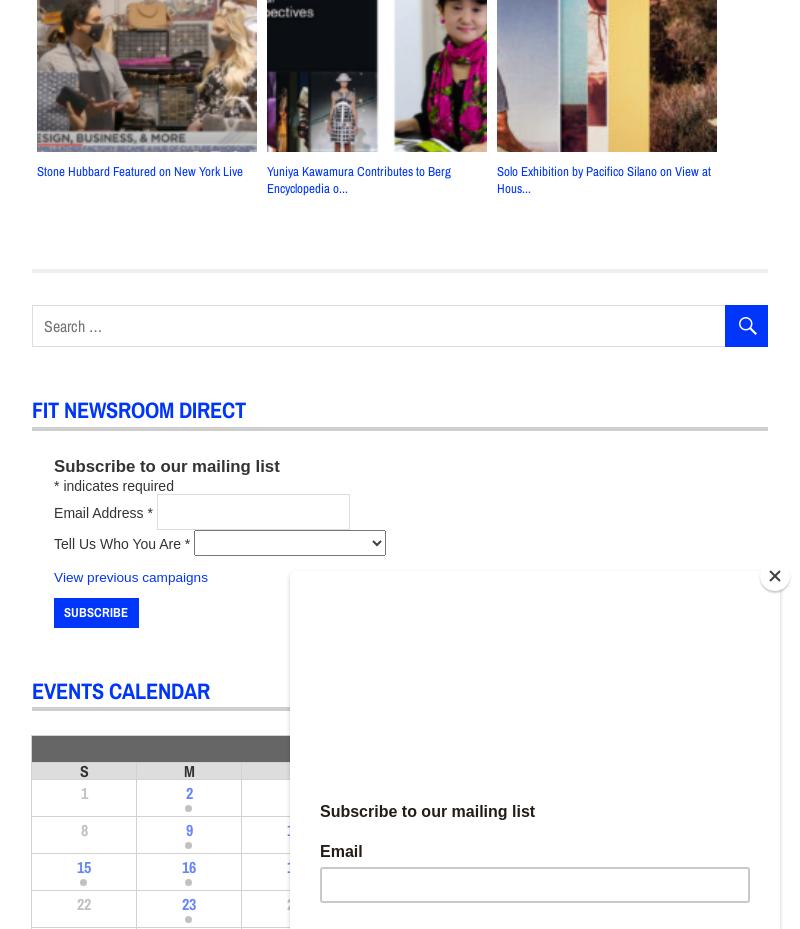 The width and height of the screenshot is (800, 929). I want to click on 'Subscribe to our mailing list', so click(166, 464).